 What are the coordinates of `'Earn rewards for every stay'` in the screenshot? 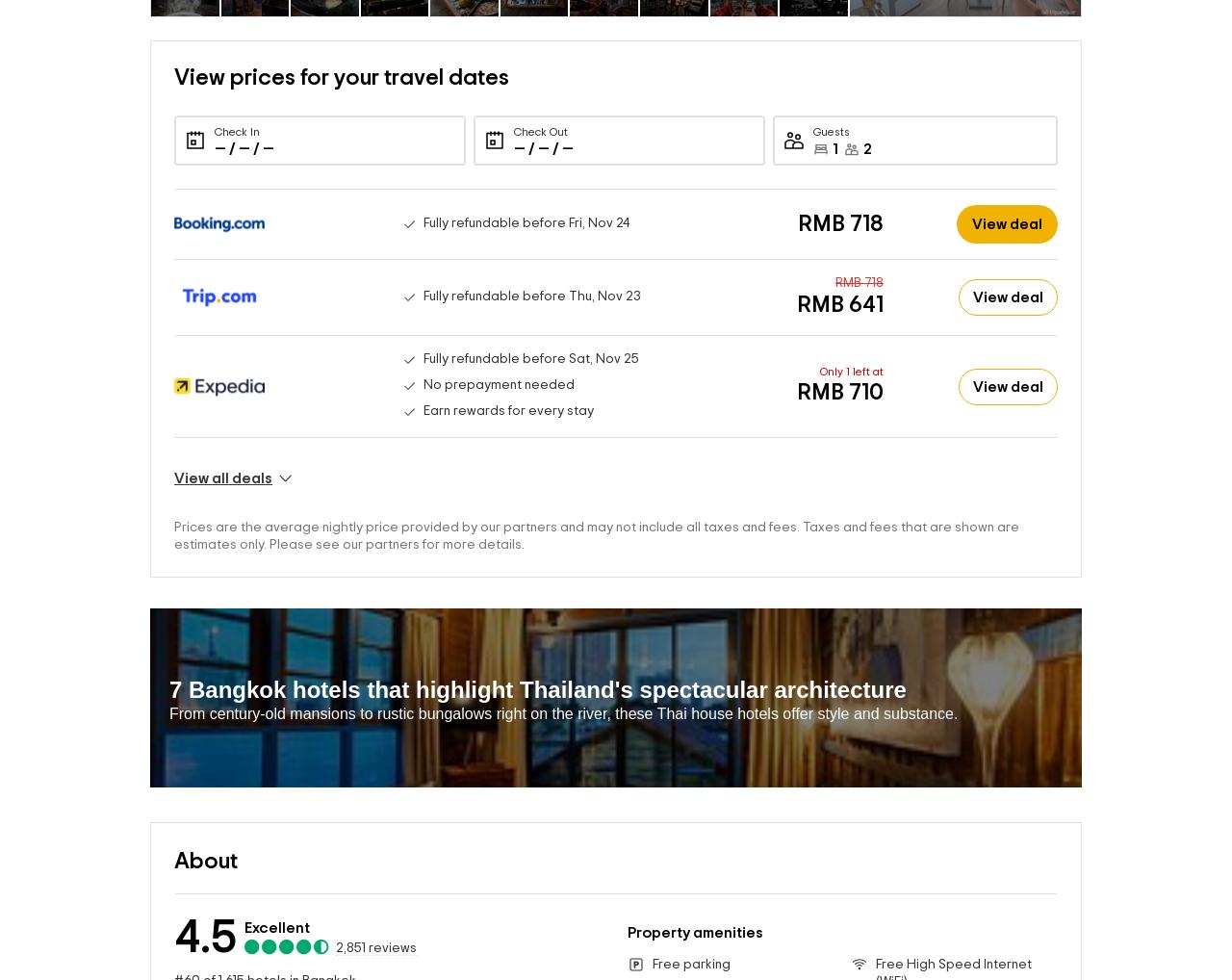 It's located at (507, 379).